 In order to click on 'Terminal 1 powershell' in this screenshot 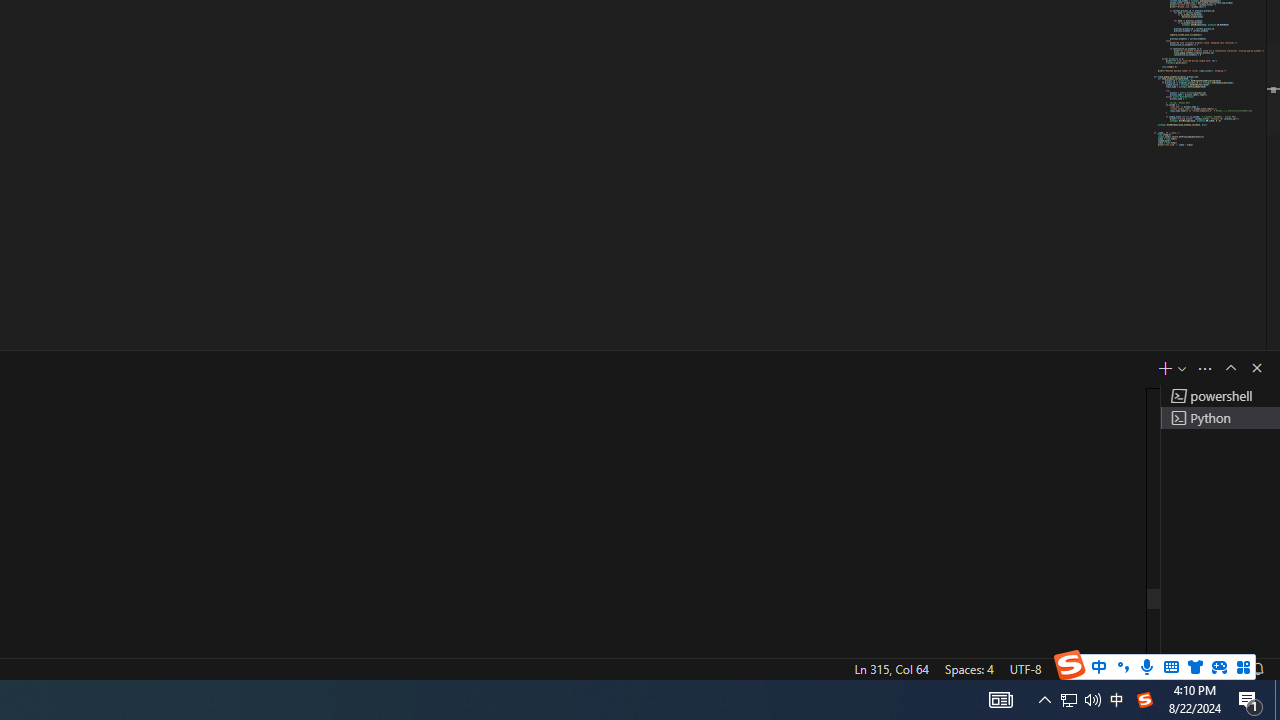, I will do `click(1219, 396)`.